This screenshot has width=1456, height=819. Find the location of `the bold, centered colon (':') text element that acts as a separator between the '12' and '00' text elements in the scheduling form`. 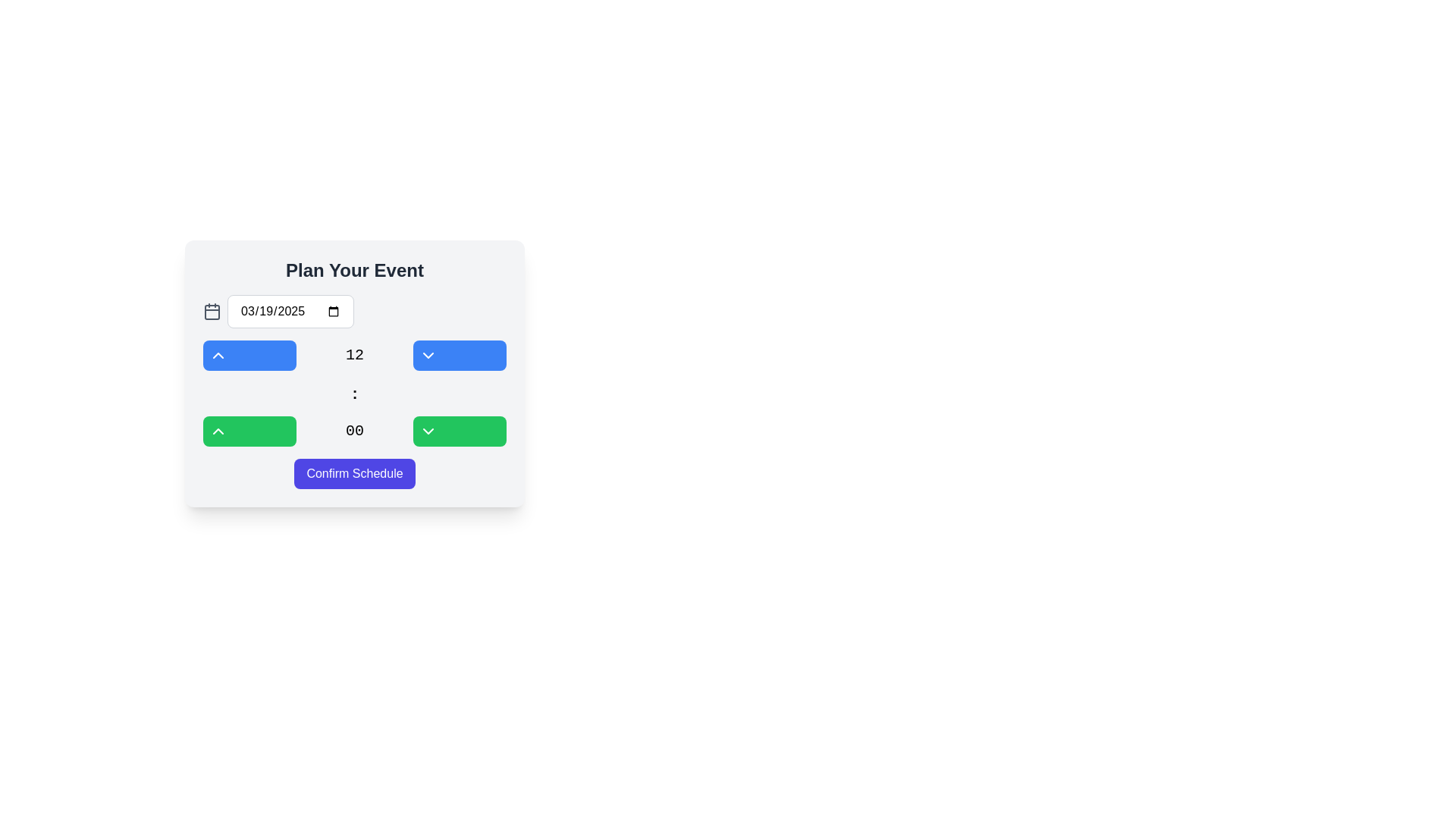

the bold, centered colon (':') text element that acts as a separator between the '12' and '00' text elements in the scheduling form is located at coordinates (353, 393).